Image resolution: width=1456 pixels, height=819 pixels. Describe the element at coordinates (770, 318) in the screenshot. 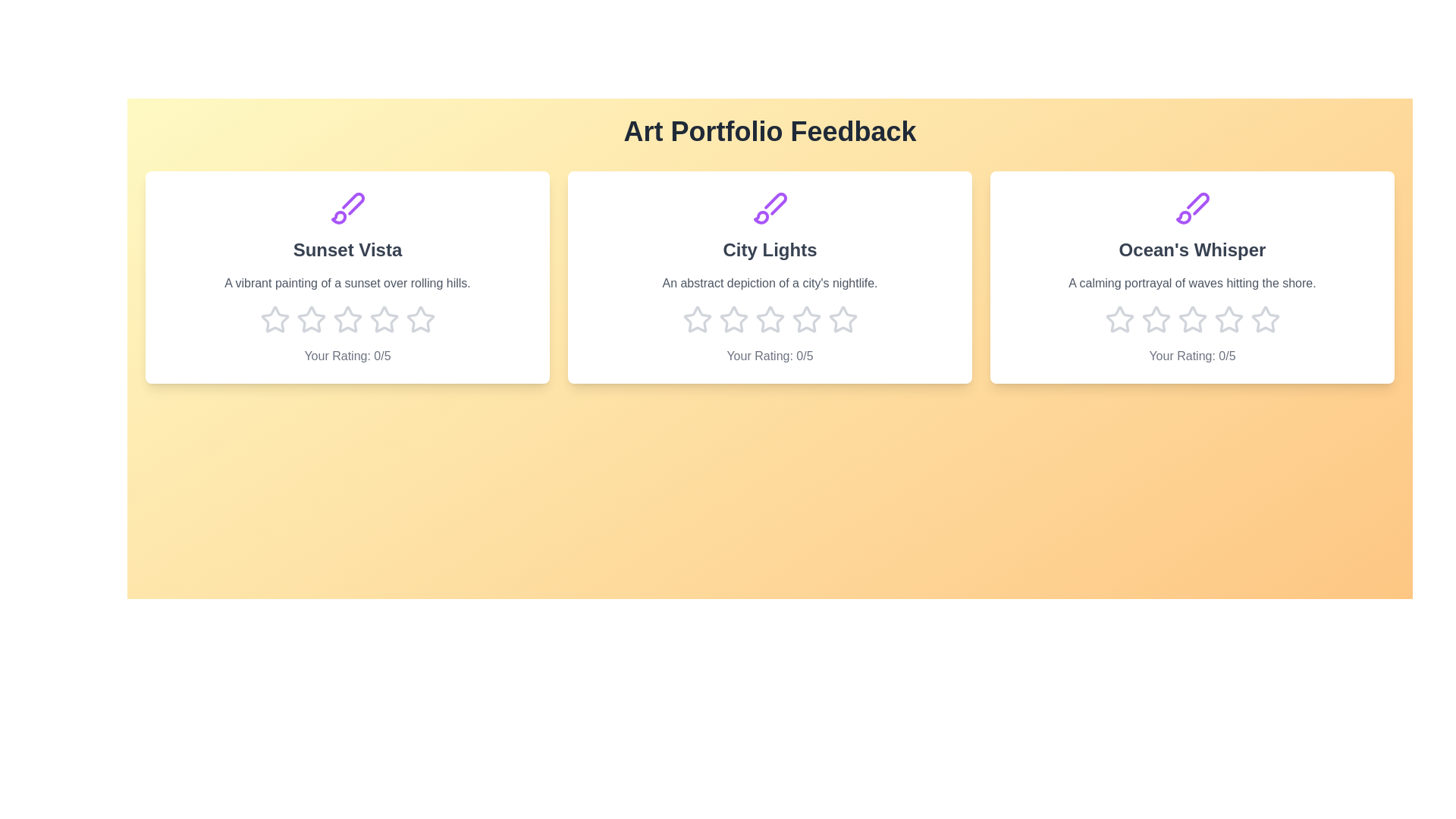

I see `the star corresponding to 3 stars for the artwork titled 'City Lights'` at that location.